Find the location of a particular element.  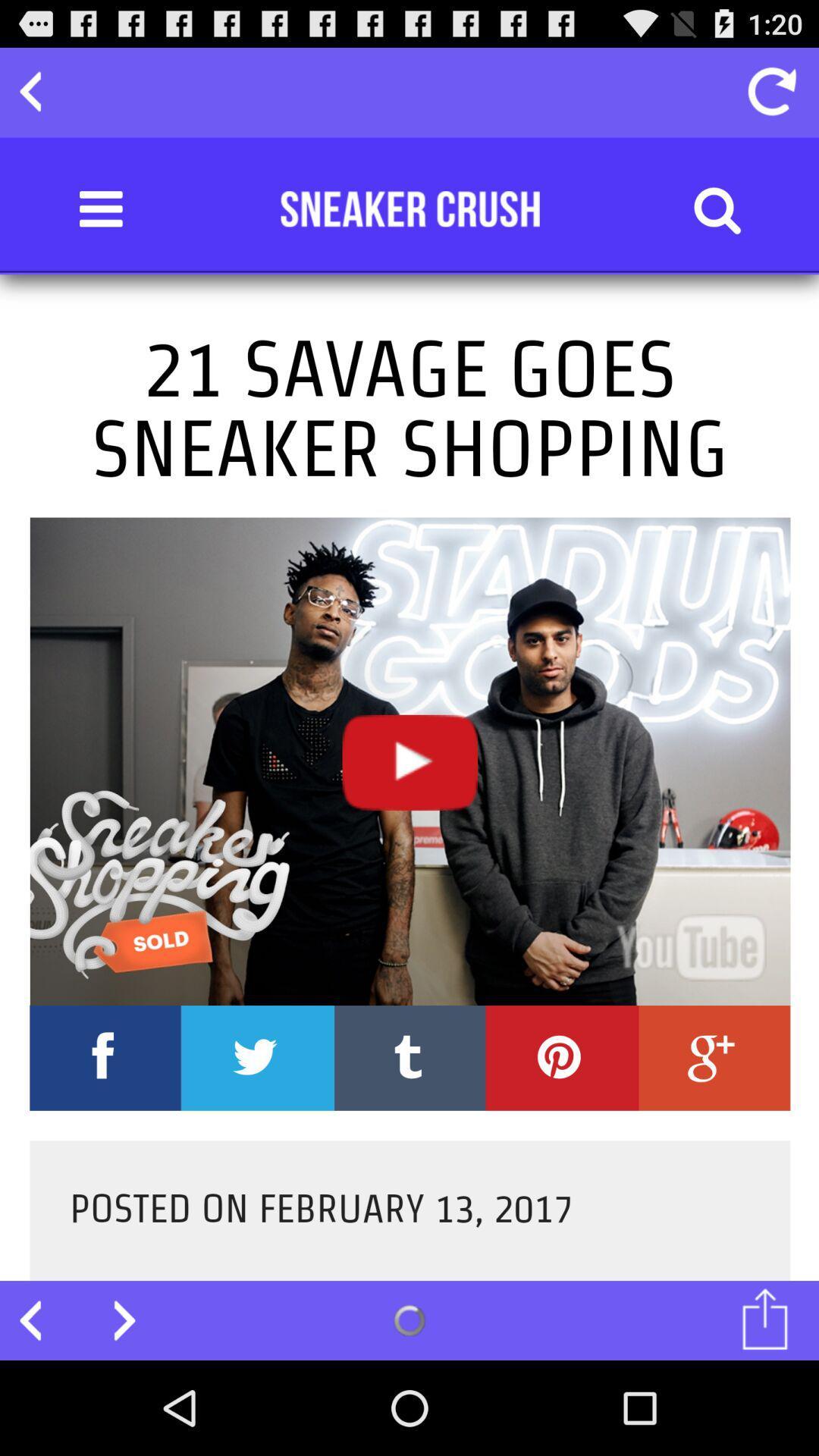

the arrow_forward icon is located at coordinates (115, 1412).